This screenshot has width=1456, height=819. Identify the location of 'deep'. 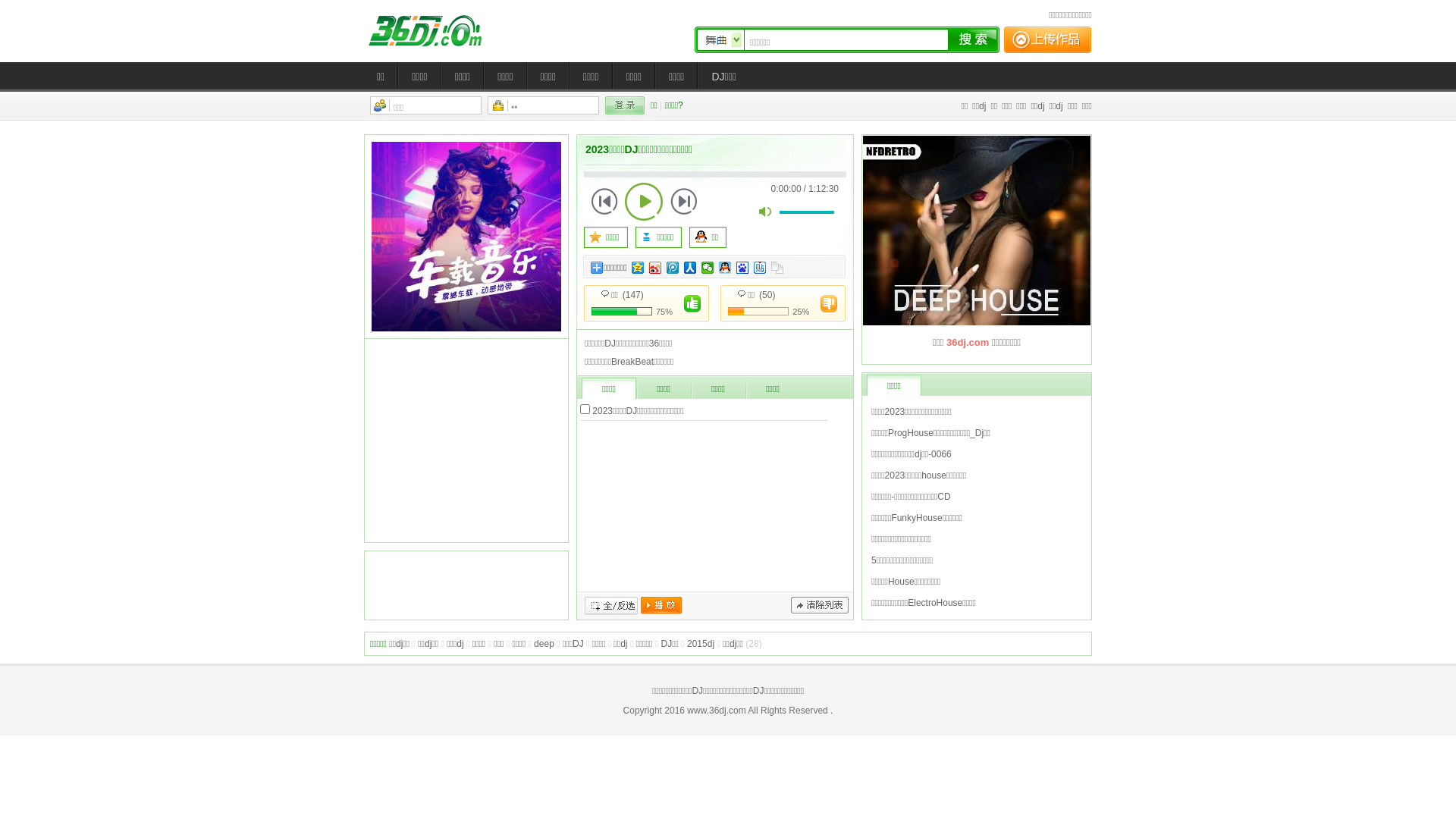
(544, 643).